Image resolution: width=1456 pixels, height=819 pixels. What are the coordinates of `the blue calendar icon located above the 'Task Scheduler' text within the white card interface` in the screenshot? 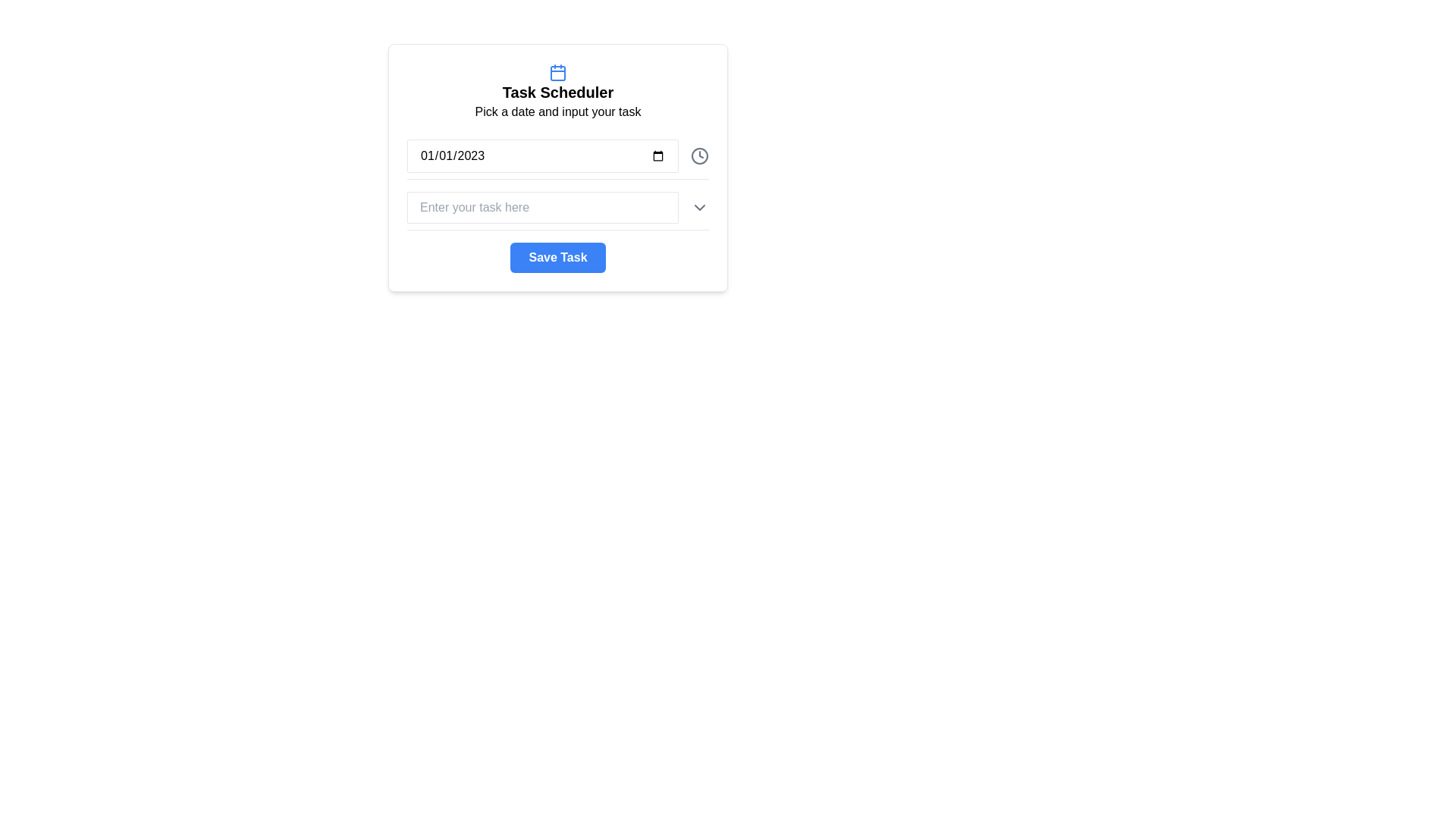 It's located at (557, 72).